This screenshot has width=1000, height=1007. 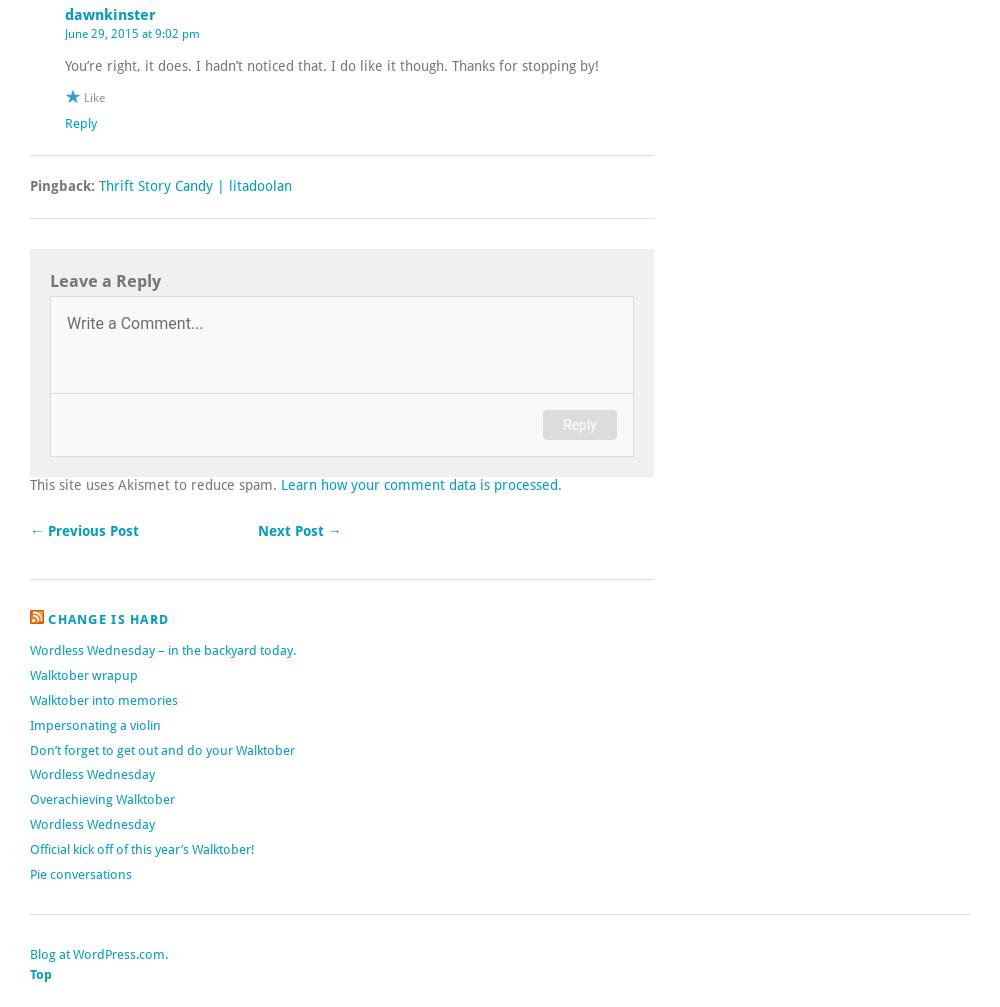 I want to click on 'You’re right, it does.  I hadn’t noticed that.  I do like it though.  Thanks for stopping by!', so click(x=331, y=64).